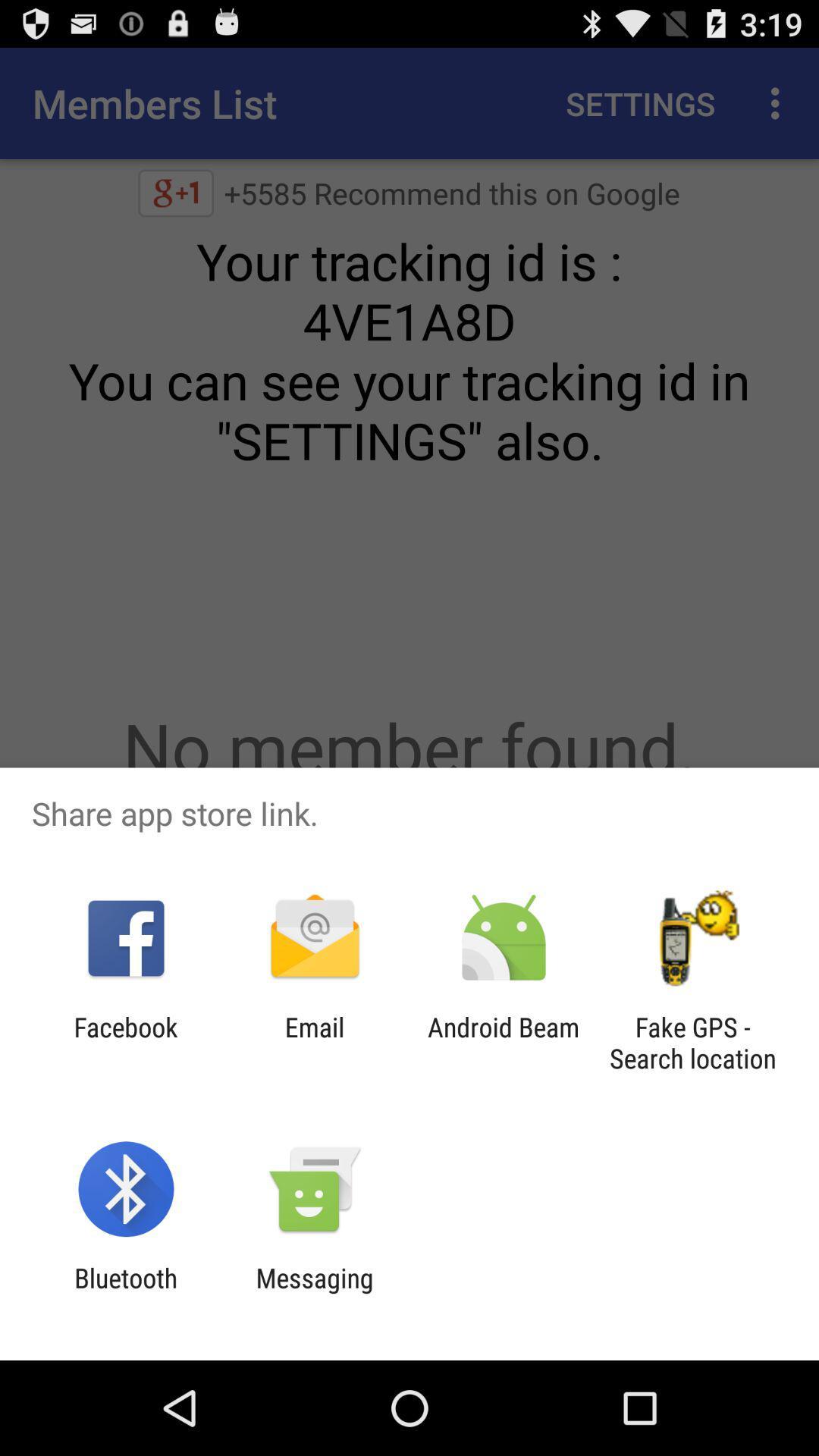  I want to click on android beam, so click(504, 1042).